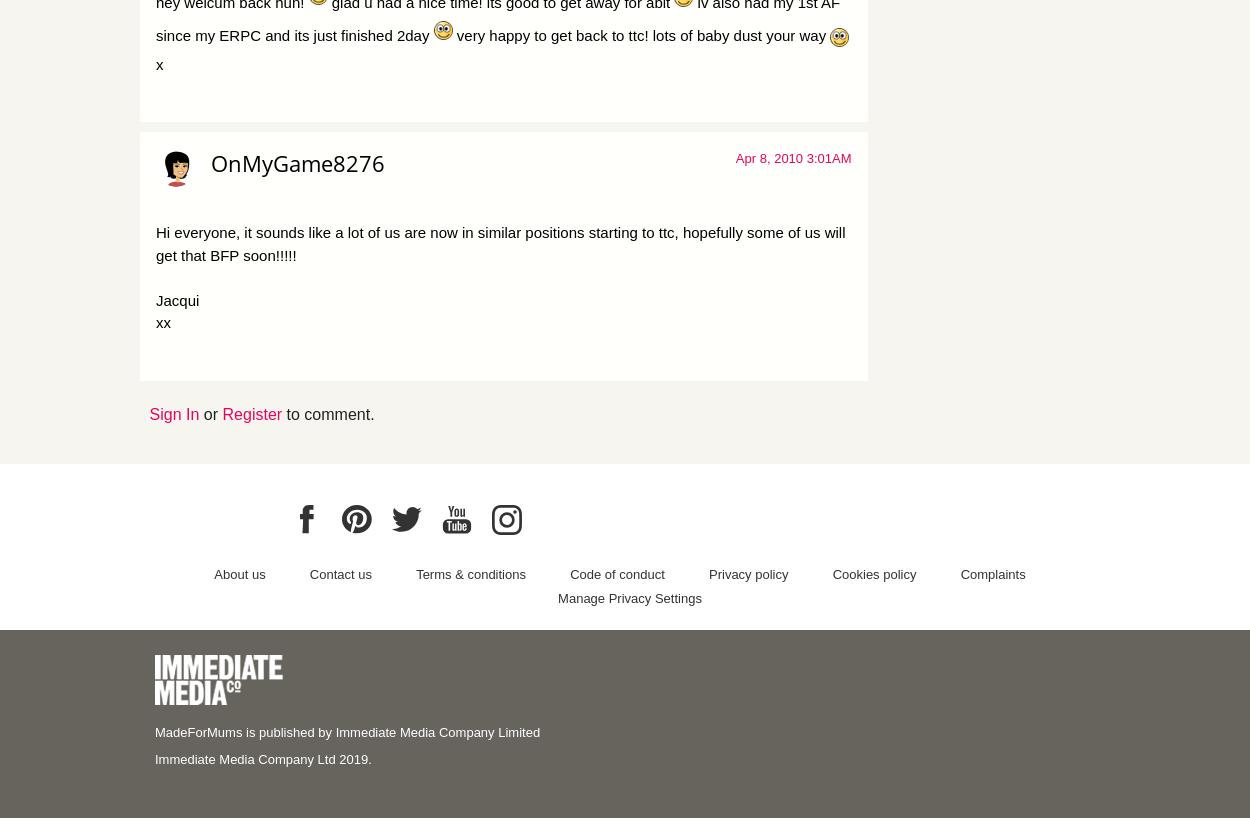 The height and width of the screenshot is (818, 1250). I want to click on 'Apr 8, 2010 3:01AM', so click(793, 157).